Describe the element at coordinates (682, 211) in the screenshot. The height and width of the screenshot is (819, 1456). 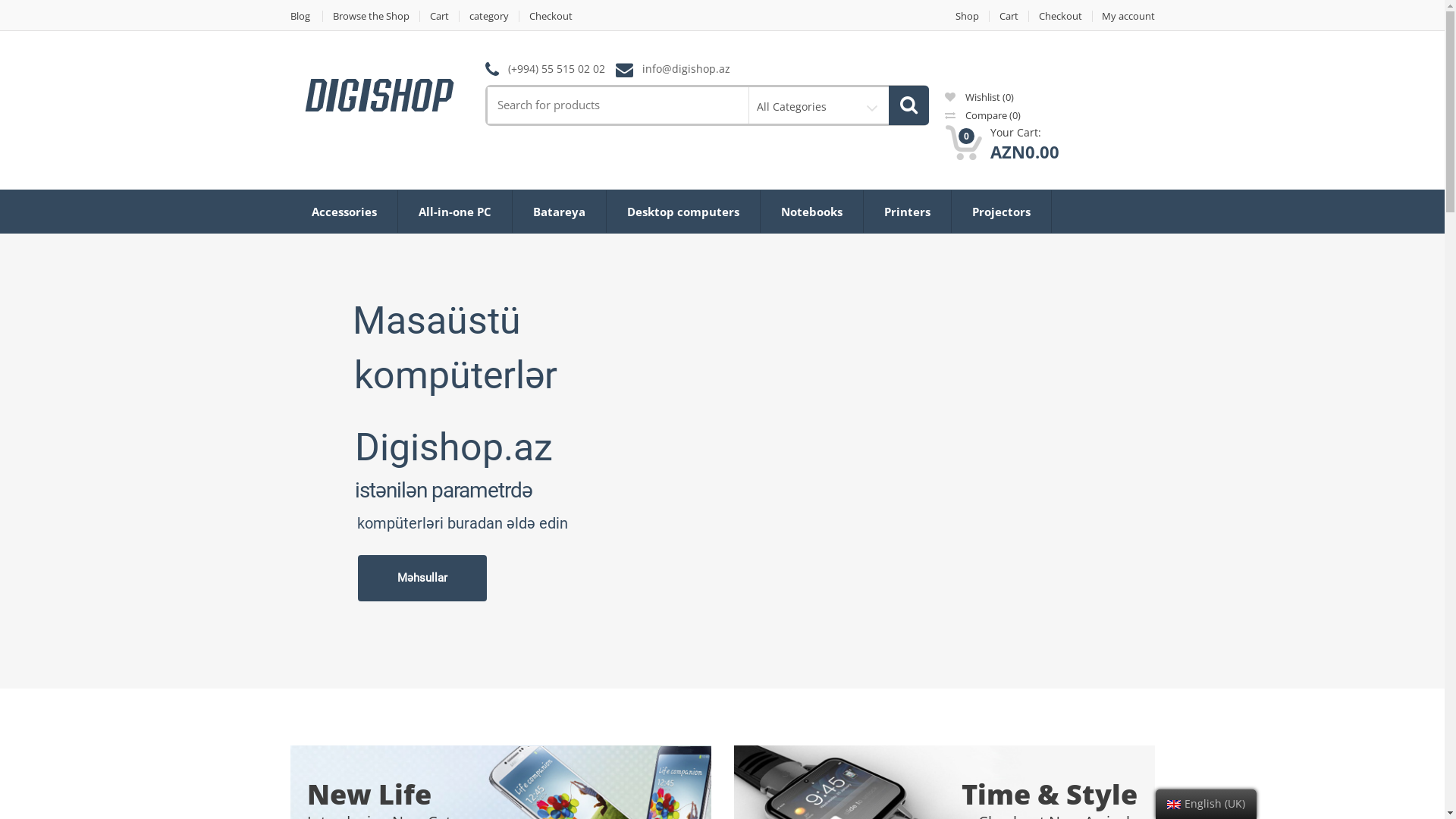
I see `'Desktop computers'` at that location.